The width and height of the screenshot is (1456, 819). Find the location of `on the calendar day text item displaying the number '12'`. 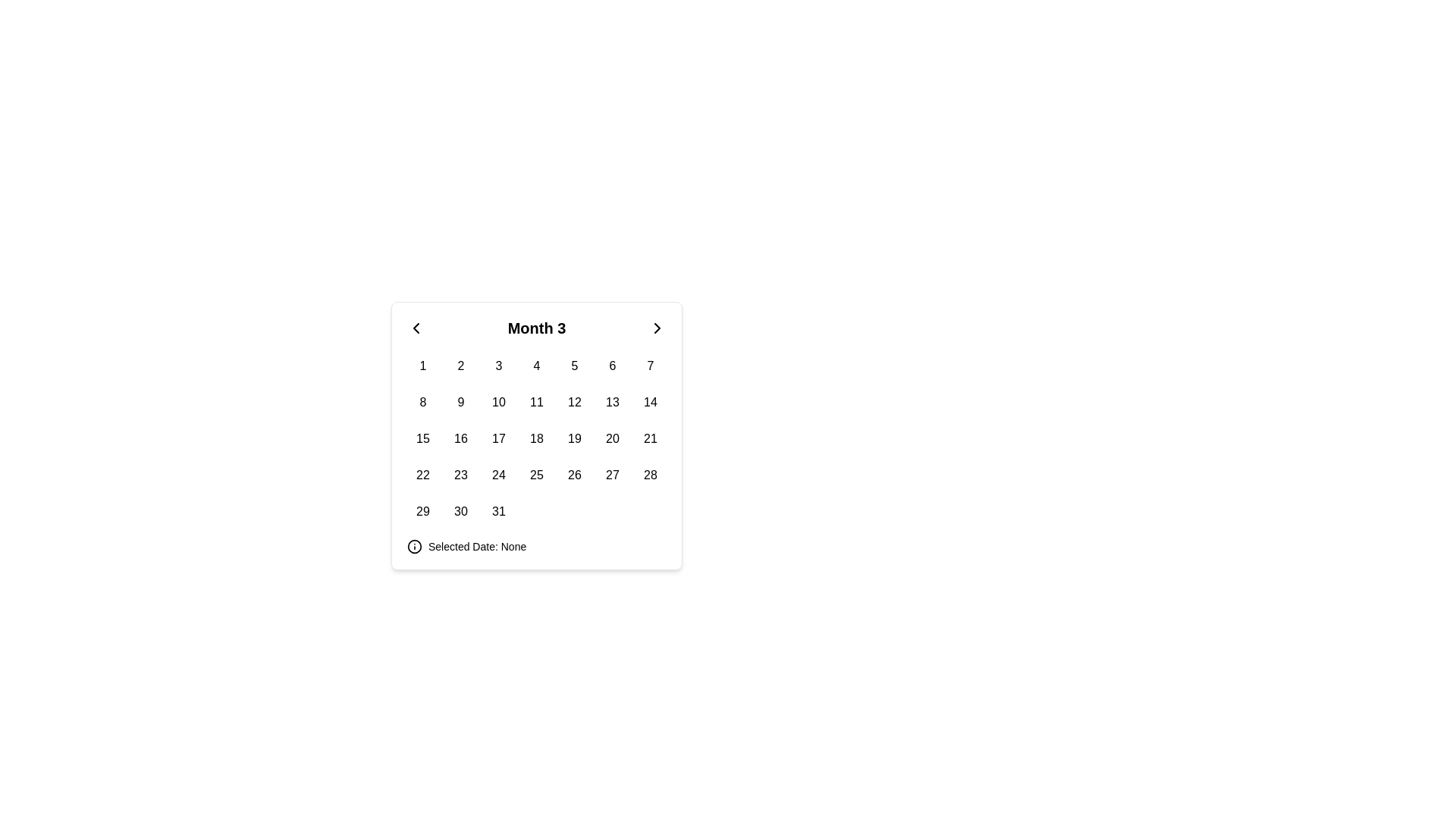

on the calendar day text item displaying the number '12' is located at coordinates (574, 402).